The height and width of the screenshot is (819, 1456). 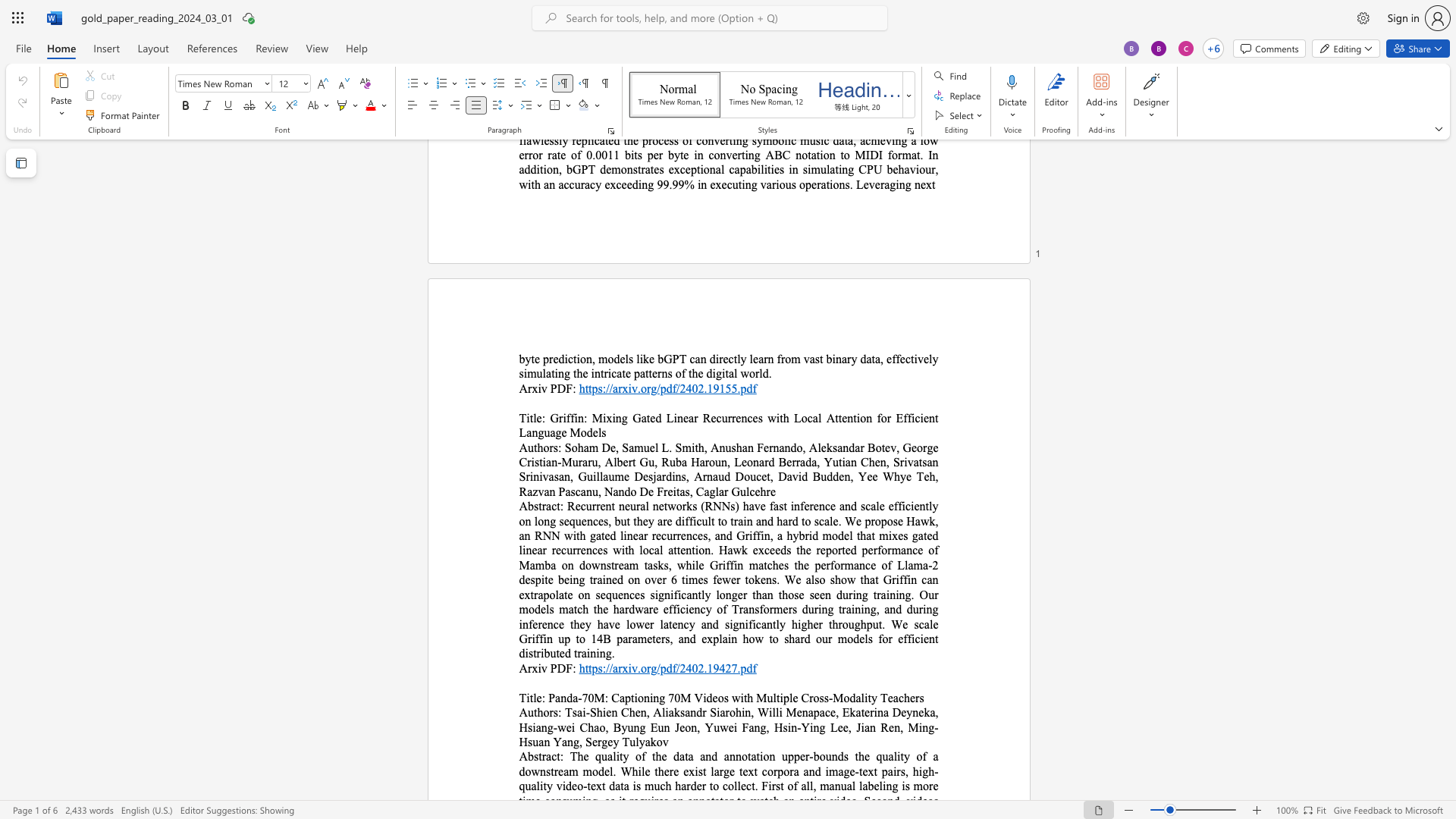 I want to click on the space between the continuous character "S" and "i" in the text, so click(x=714, y=712).